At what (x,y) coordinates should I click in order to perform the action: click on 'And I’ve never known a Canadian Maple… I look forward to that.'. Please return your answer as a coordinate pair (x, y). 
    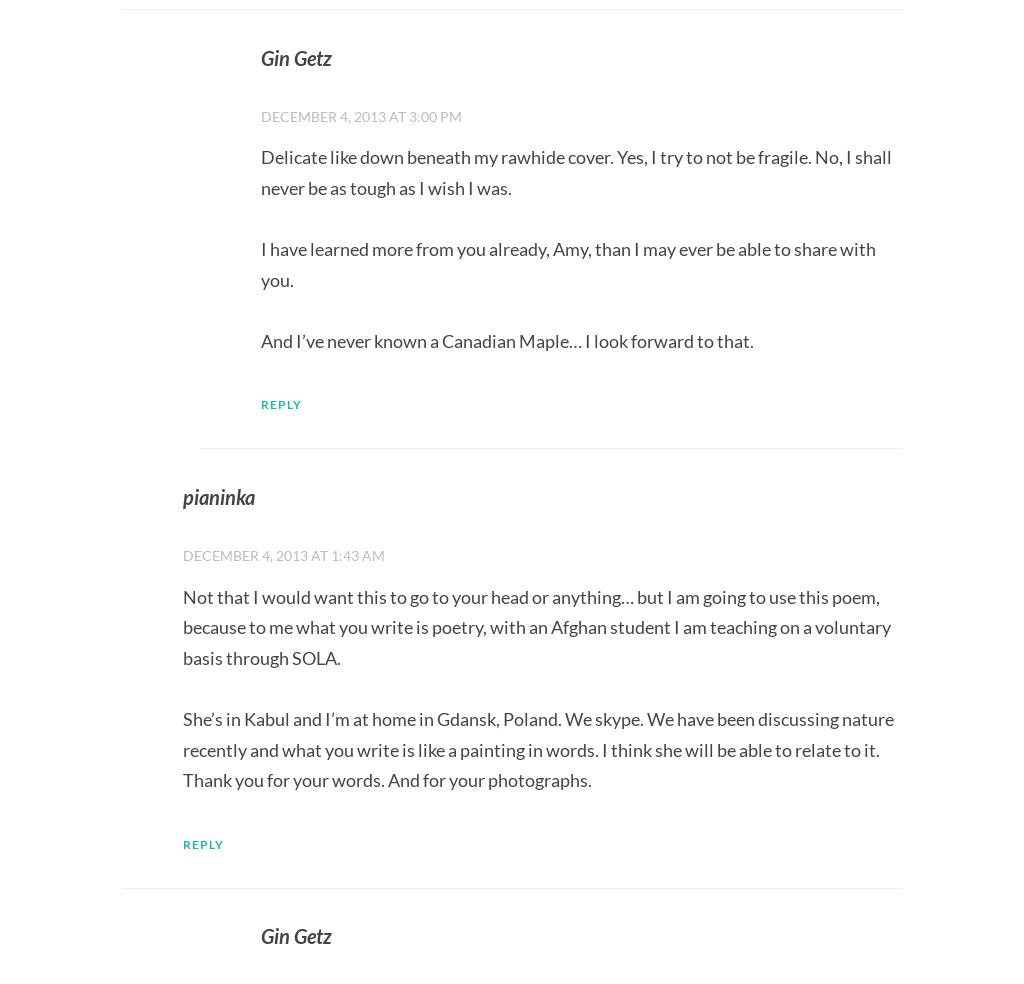
    Looking at the image, I should click on (506, 339).